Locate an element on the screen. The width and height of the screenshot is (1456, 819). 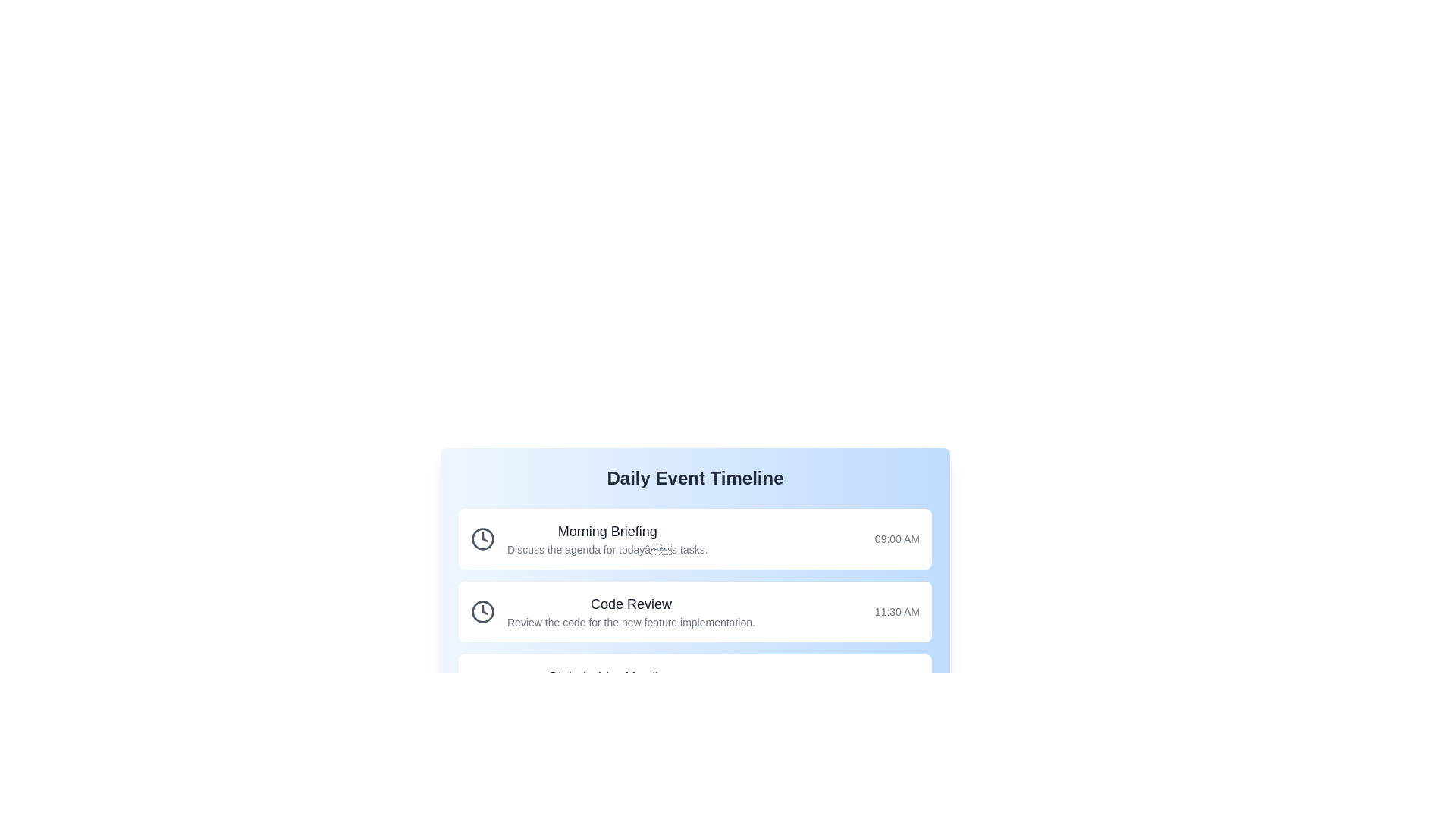
the icon associated with the event titled Code Review is located at coordinates (482, 610).